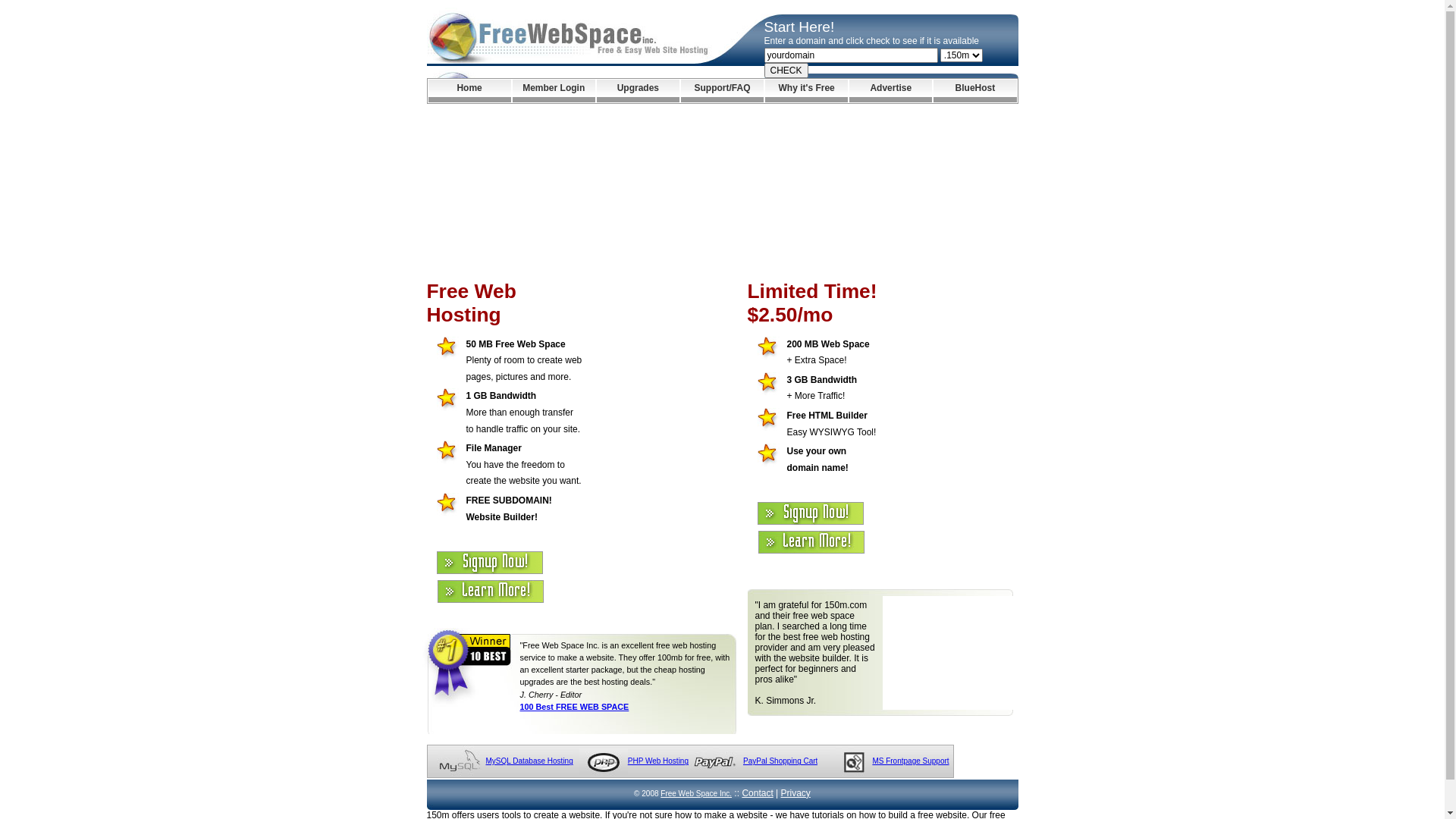 This screenshot has width=1456, height=819. Describe the element at coordinates (786, 70) in the screenshot. I see `'CHECK'` at that location.